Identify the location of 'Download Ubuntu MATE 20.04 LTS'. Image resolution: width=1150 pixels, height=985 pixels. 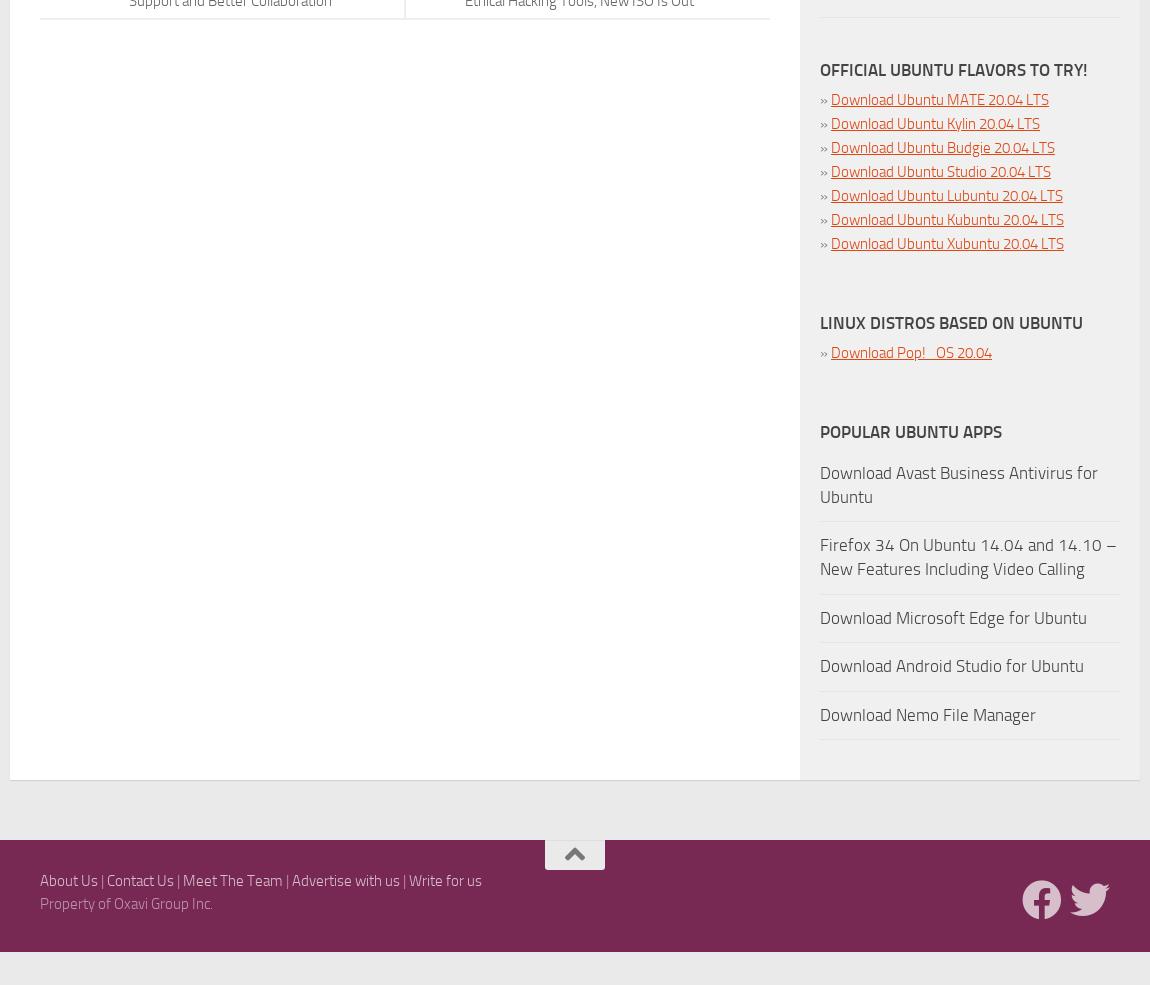
(940, 98).